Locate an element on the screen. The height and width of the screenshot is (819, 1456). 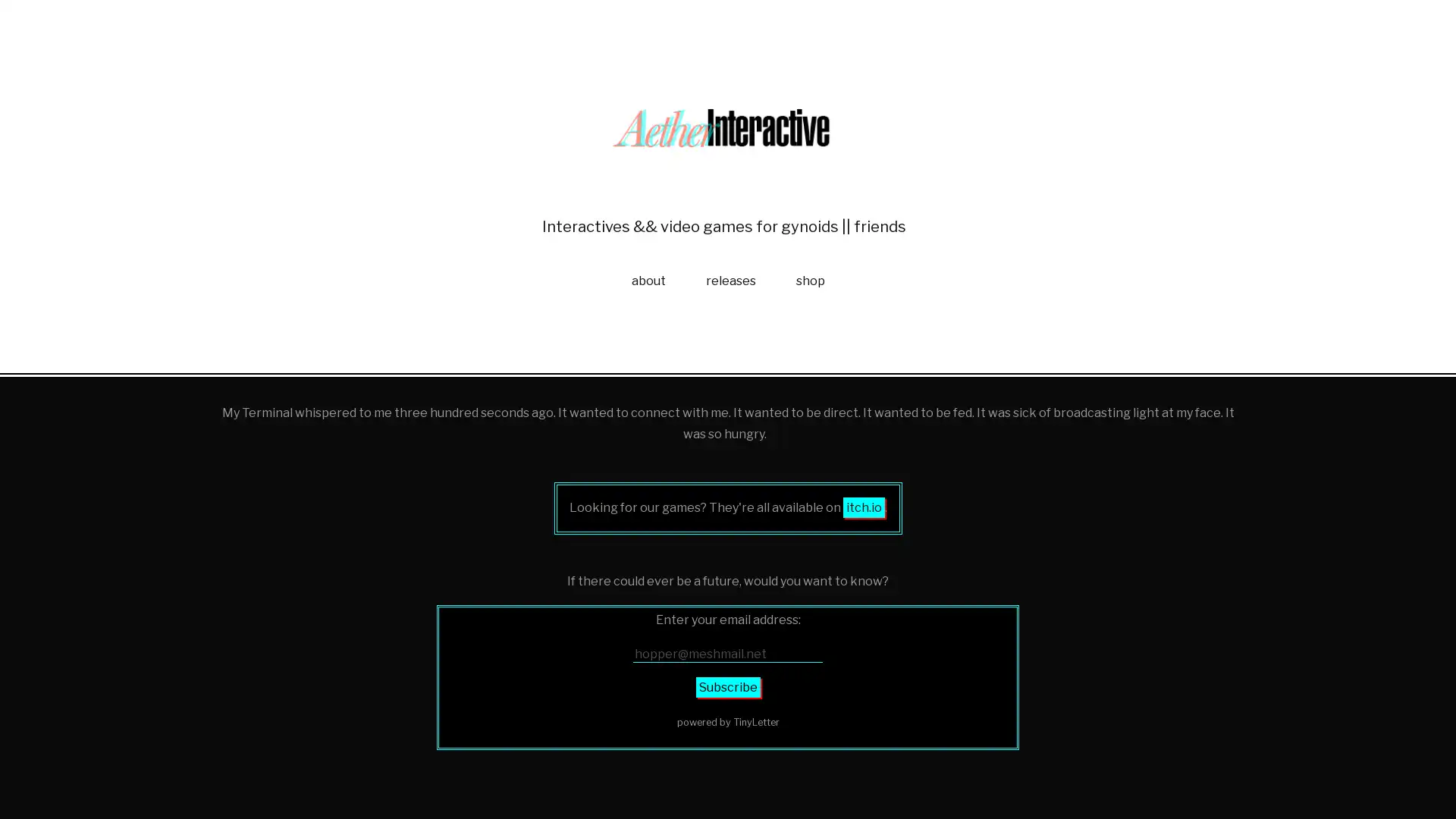
Subscribe is located at coordinates (726, 795).